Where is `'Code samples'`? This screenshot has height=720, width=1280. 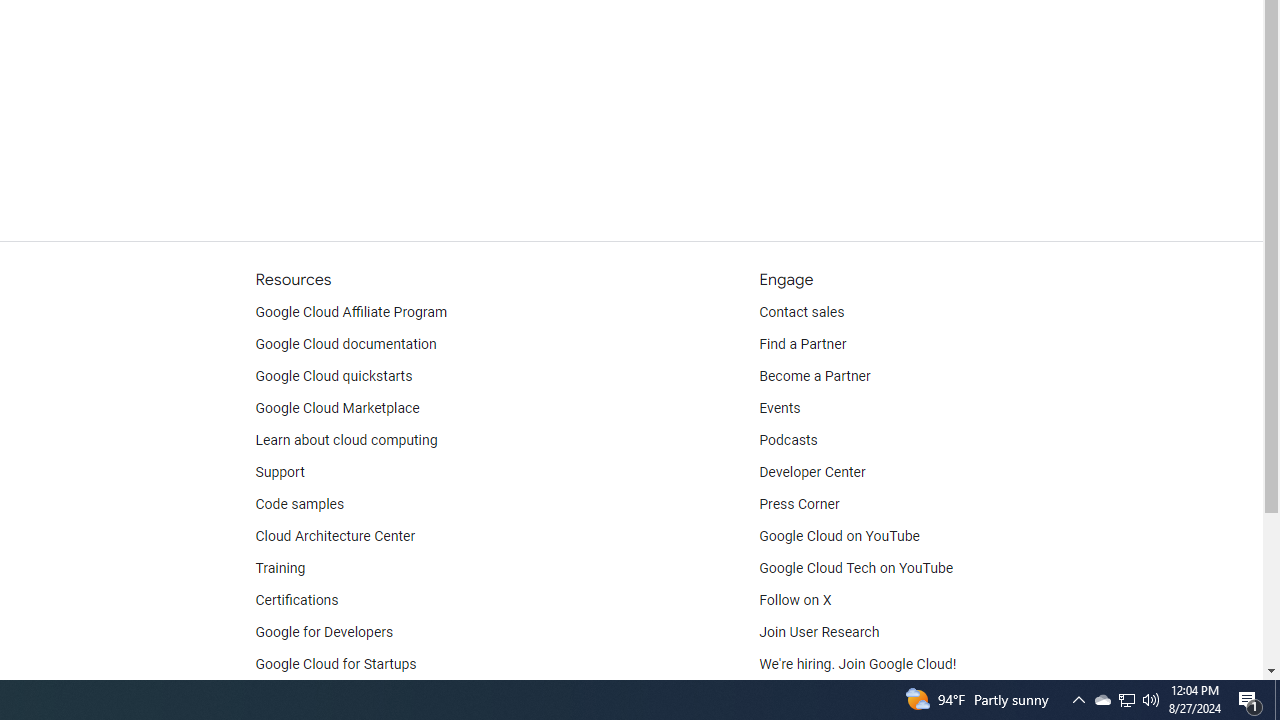 'Code samples' is located at coordinates (299, 504).